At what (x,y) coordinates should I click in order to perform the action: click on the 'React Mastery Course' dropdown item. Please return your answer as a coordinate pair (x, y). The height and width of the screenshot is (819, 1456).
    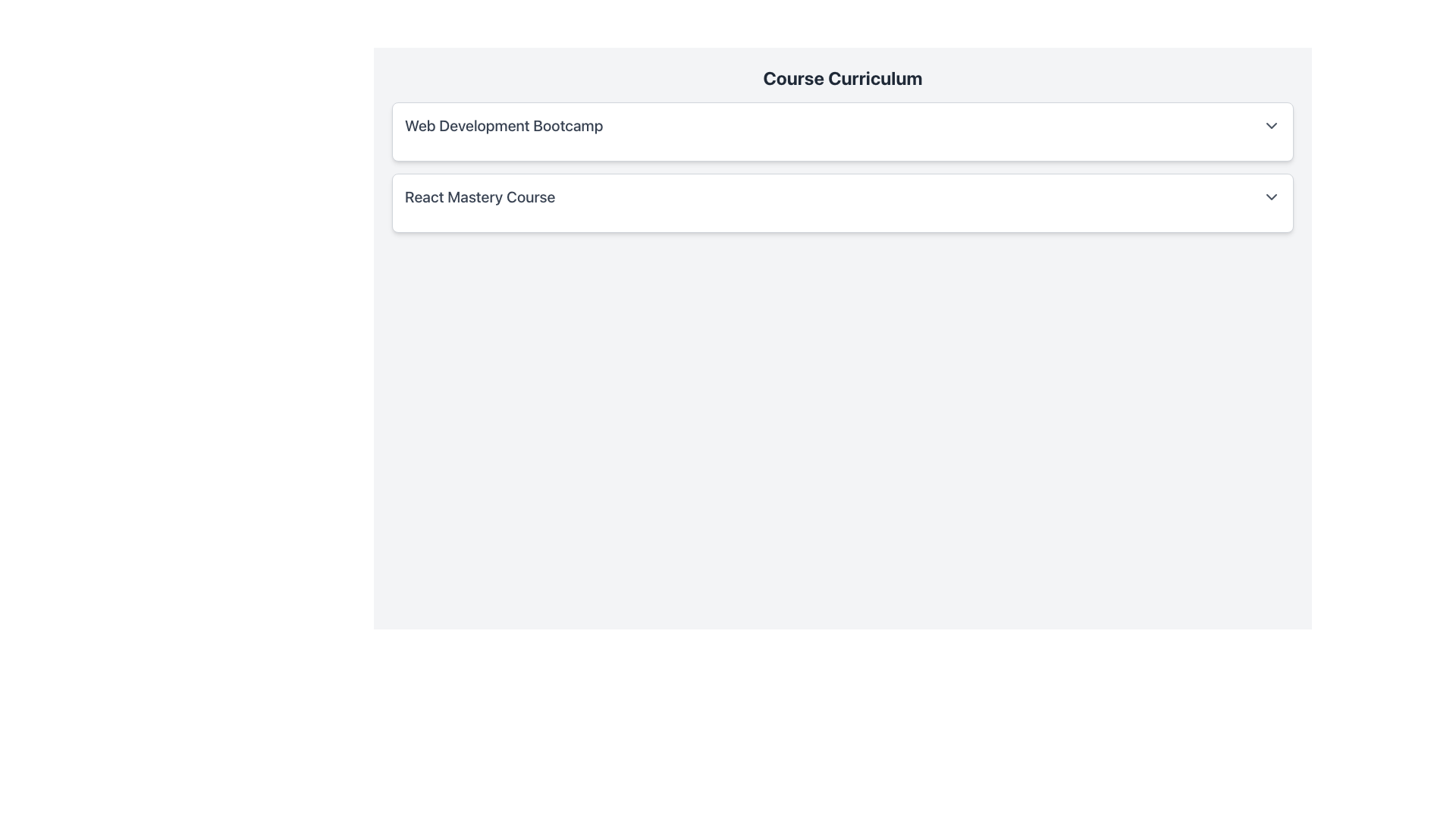
    Looking at the image, I should click on (842, 196).